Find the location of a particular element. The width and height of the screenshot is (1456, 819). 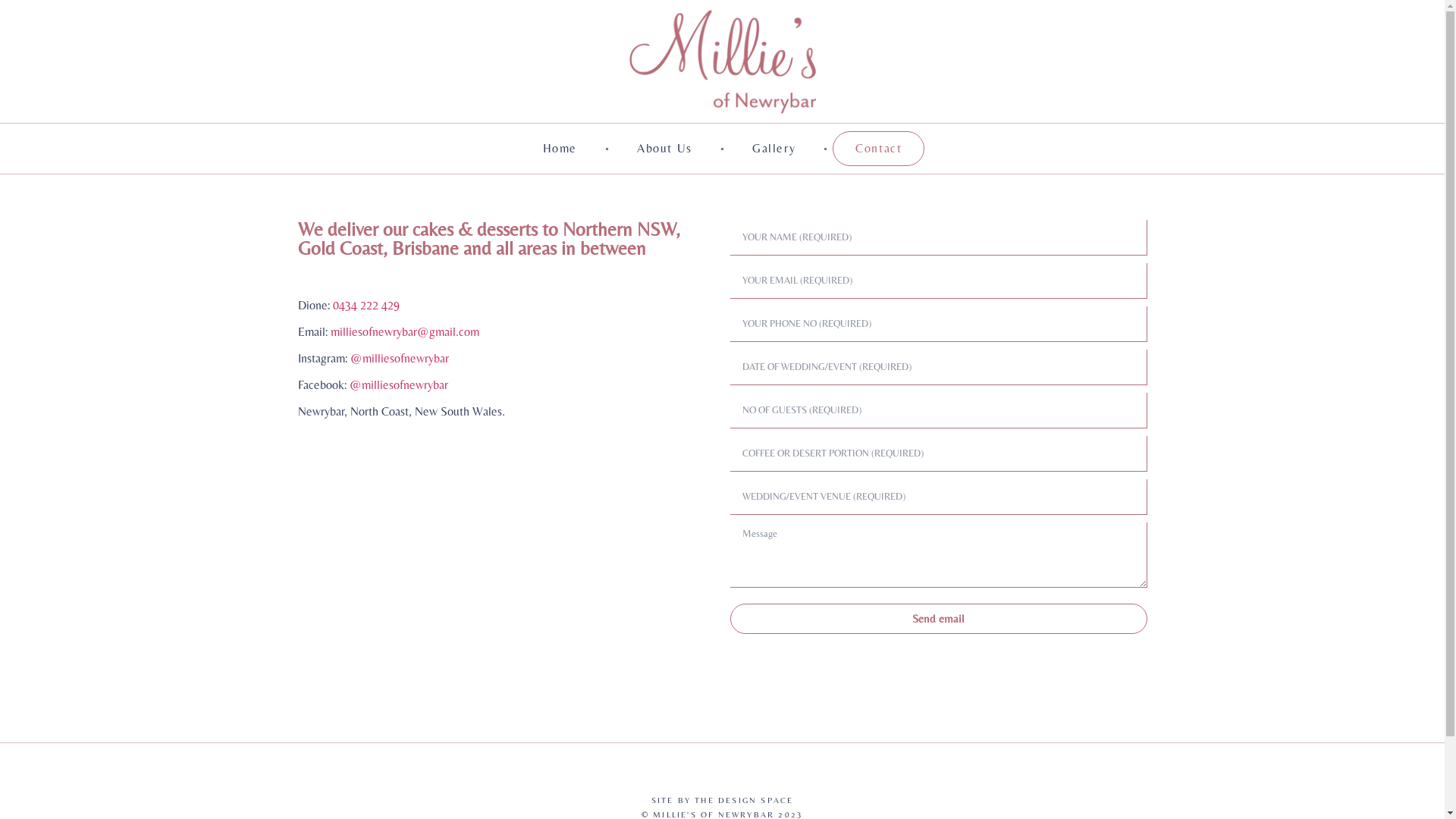

'Contact' is located at coordinates (878, 149).